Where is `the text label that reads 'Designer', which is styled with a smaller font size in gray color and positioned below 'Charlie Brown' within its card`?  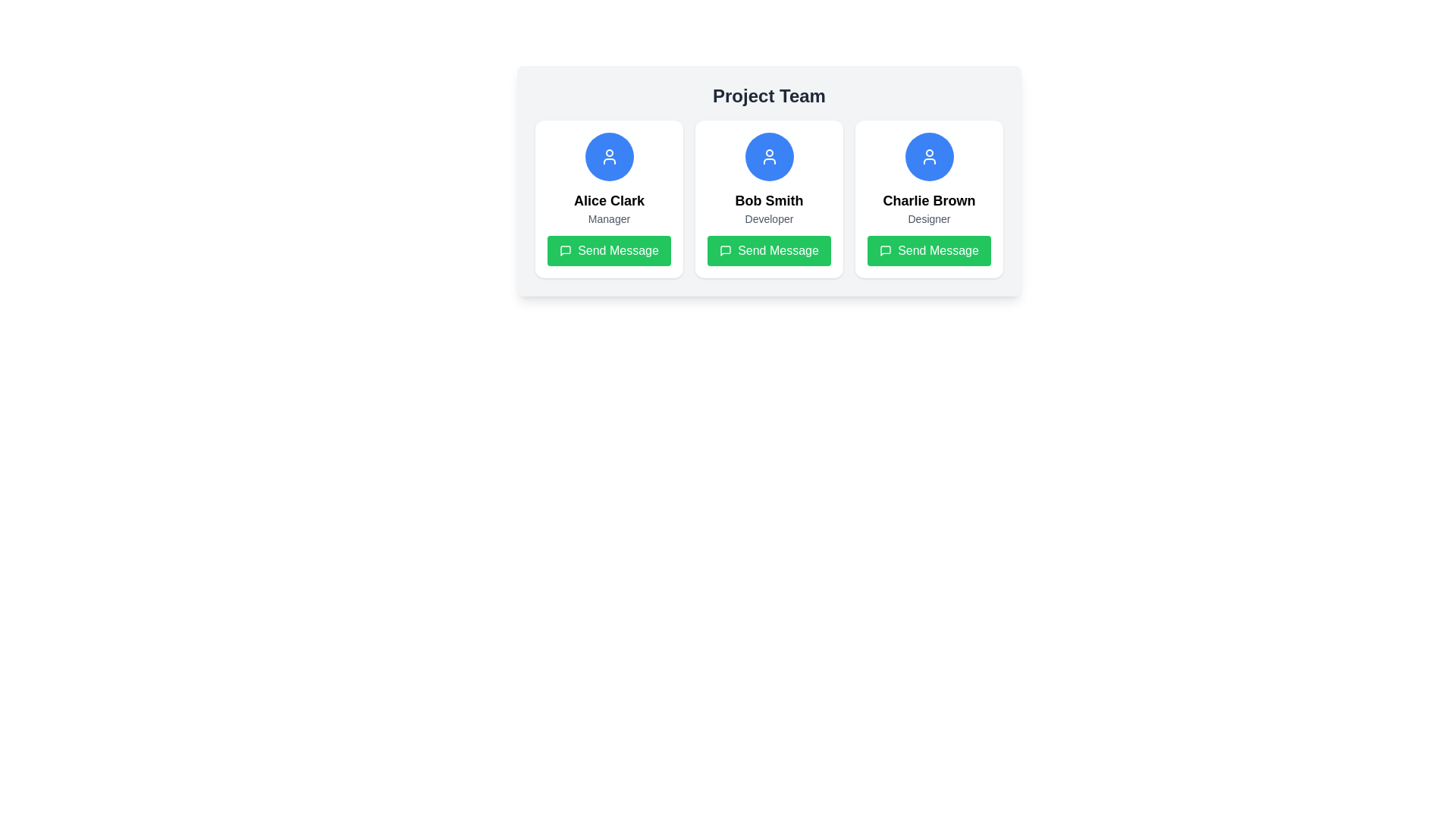
the text label that reads 'Designer', which is styled with a smaller font size in gray color and positioned below 'Charlie Brown' within its card is located at coordinates (928, 219).